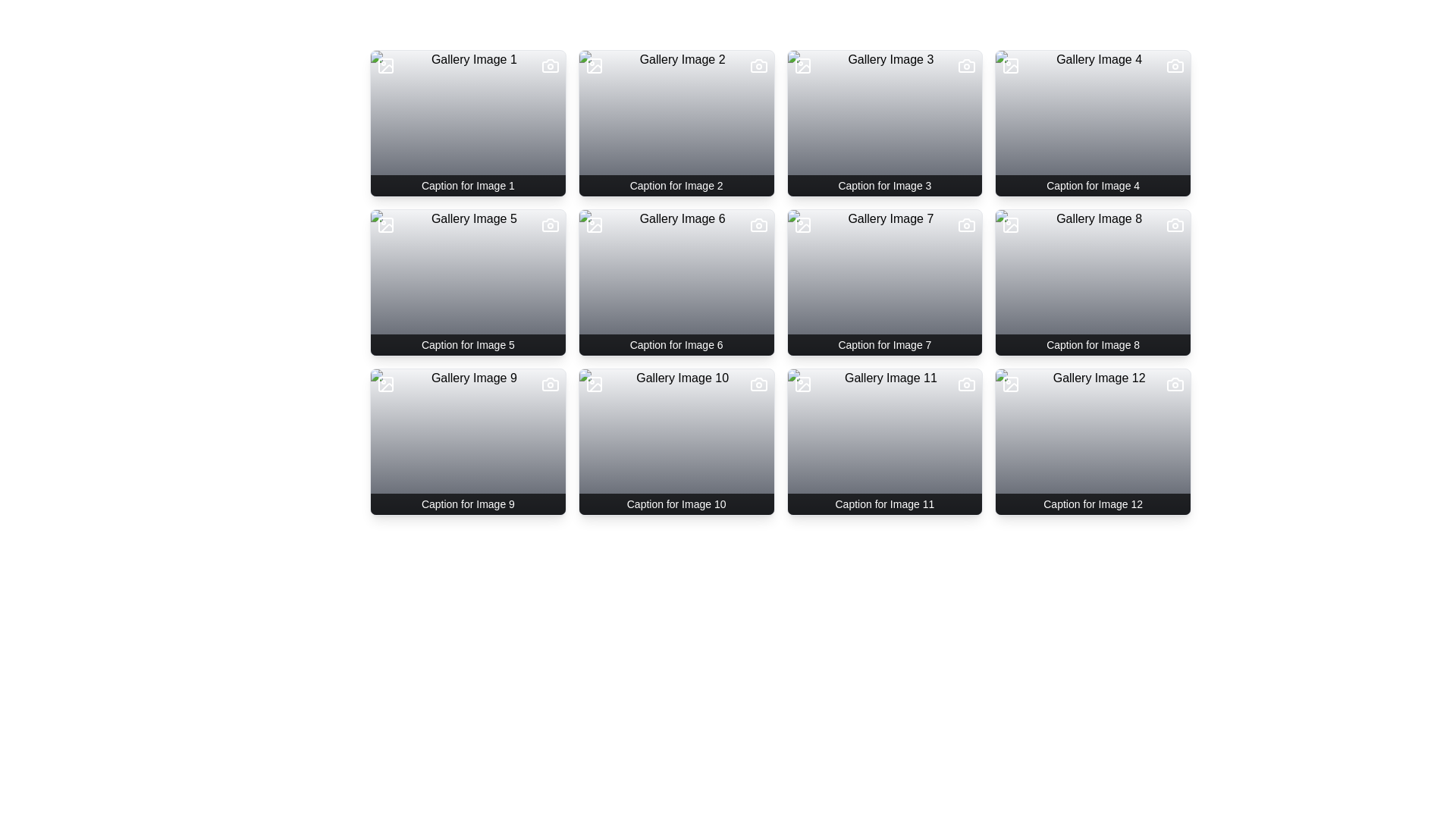  Describe the element at coordinates (1175, 65) in the screenshot. I see `the camera icon located in the upper-right corner of the 'Gallery Image 4' card, which represents image-related functionality` at that location.